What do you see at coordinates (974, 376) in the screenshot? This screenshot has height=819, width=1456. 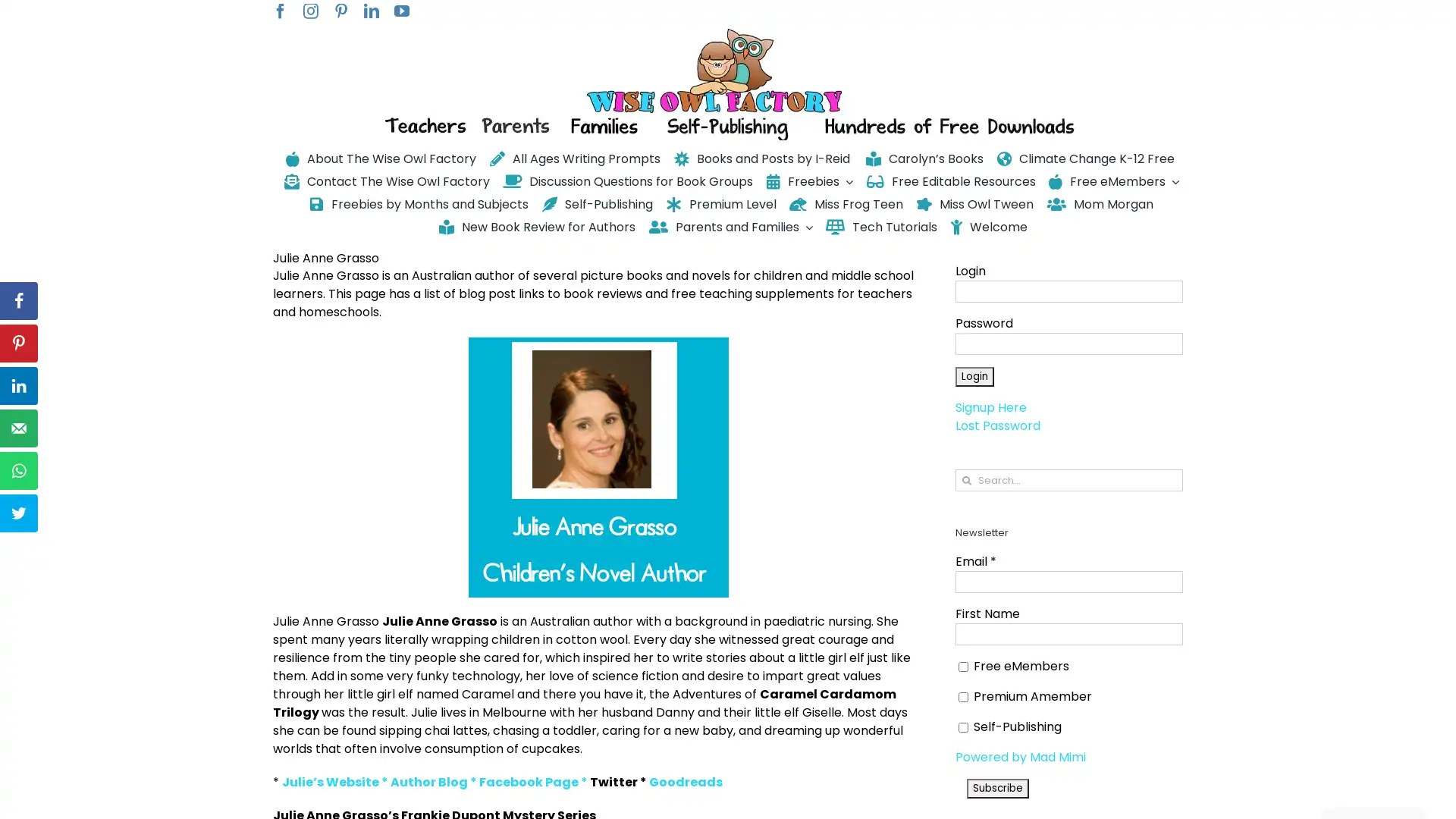 I see `Login` at bounding box center [974, 376].